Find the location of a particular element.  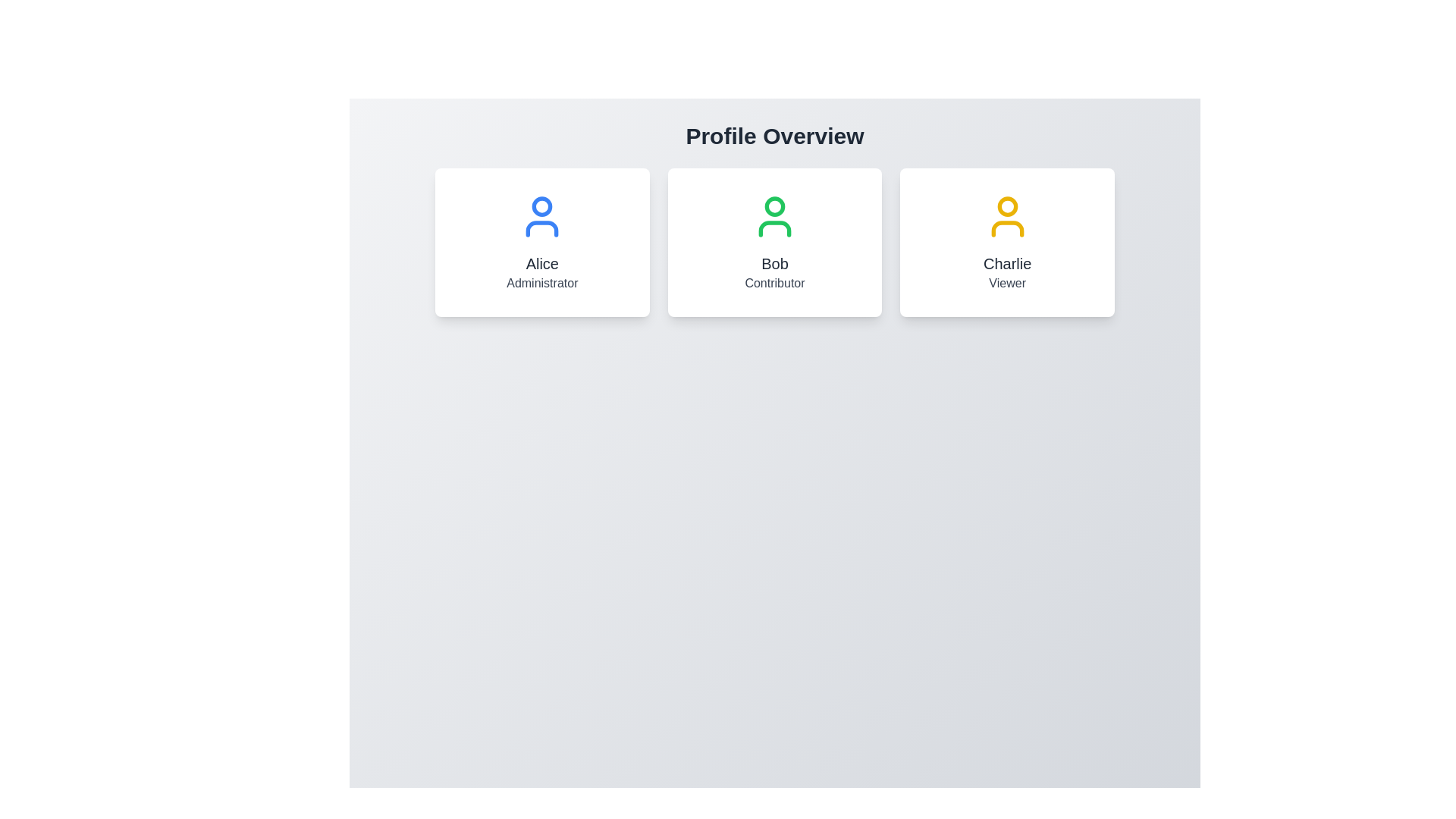

the lower figure within the user icon in the center of the card labeled 'Bob' is located at coordinates (775, 228).